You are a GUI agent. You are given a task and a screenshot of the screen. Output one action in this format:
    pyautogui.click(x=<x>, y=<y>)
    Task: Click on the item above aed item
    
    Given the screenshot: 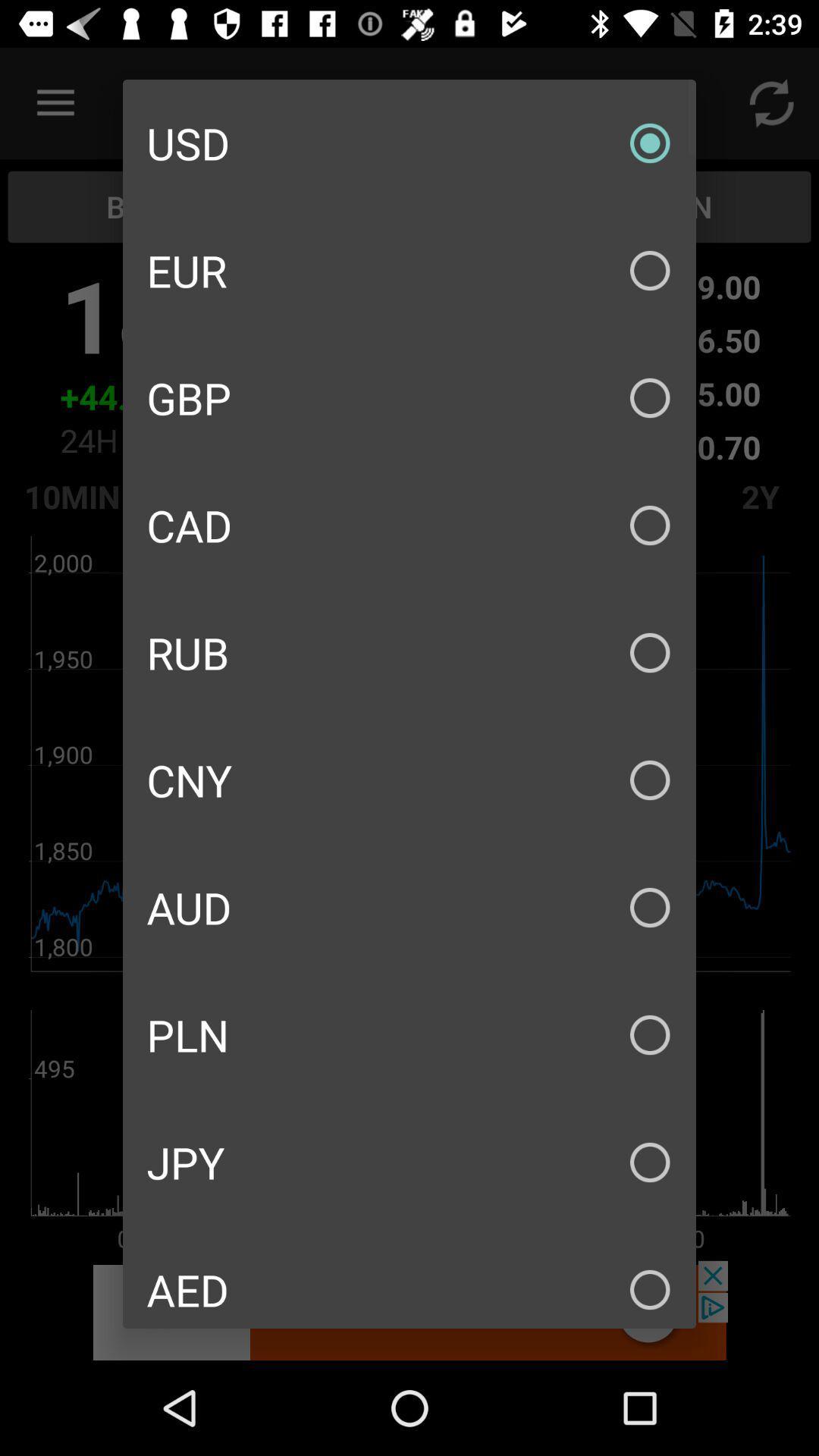 What is the action you would take?
    pyautogui.click(x=409, y=1161)
    